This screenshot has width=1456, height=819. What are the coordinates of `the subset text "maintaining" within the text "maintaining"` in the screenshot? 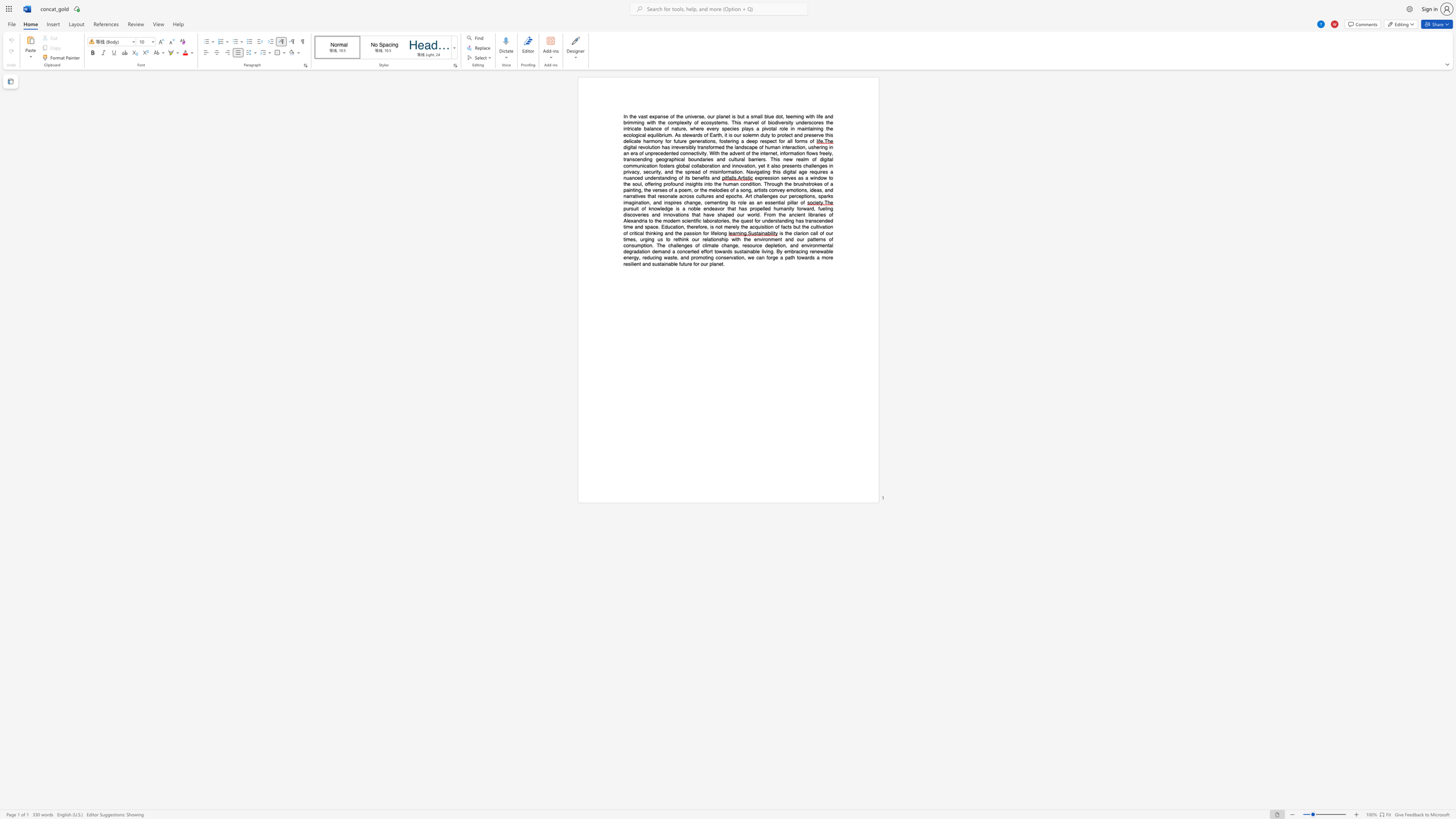 It's located at (798, 128).